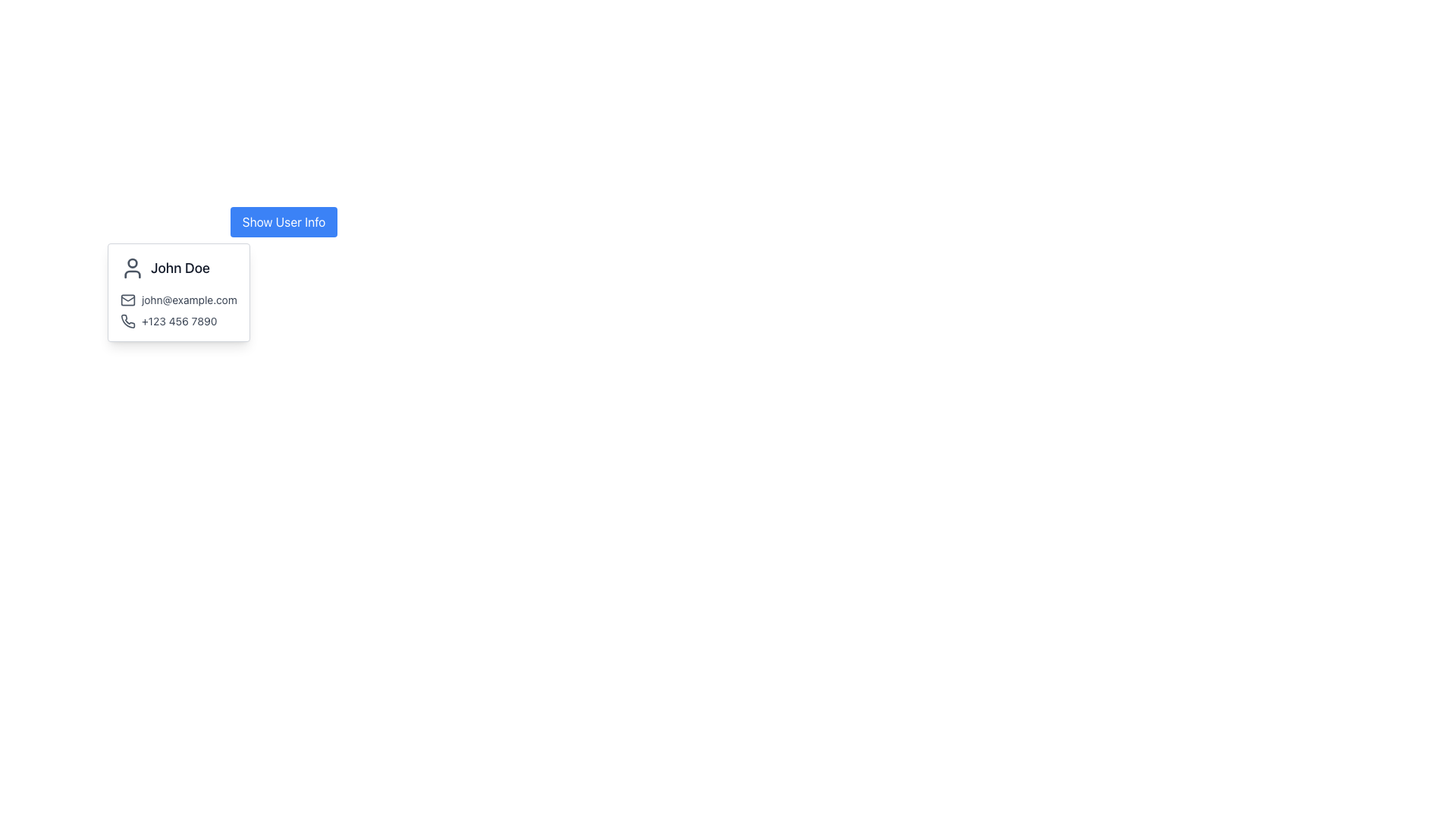 Image resolution: width=1456 pixels, height=819 pixels. I want to click on the user avatar icon, which is a graphical representation of a user profile figure with a dark gray outline, located at the top-left corner of a card component, so click(132, 268).